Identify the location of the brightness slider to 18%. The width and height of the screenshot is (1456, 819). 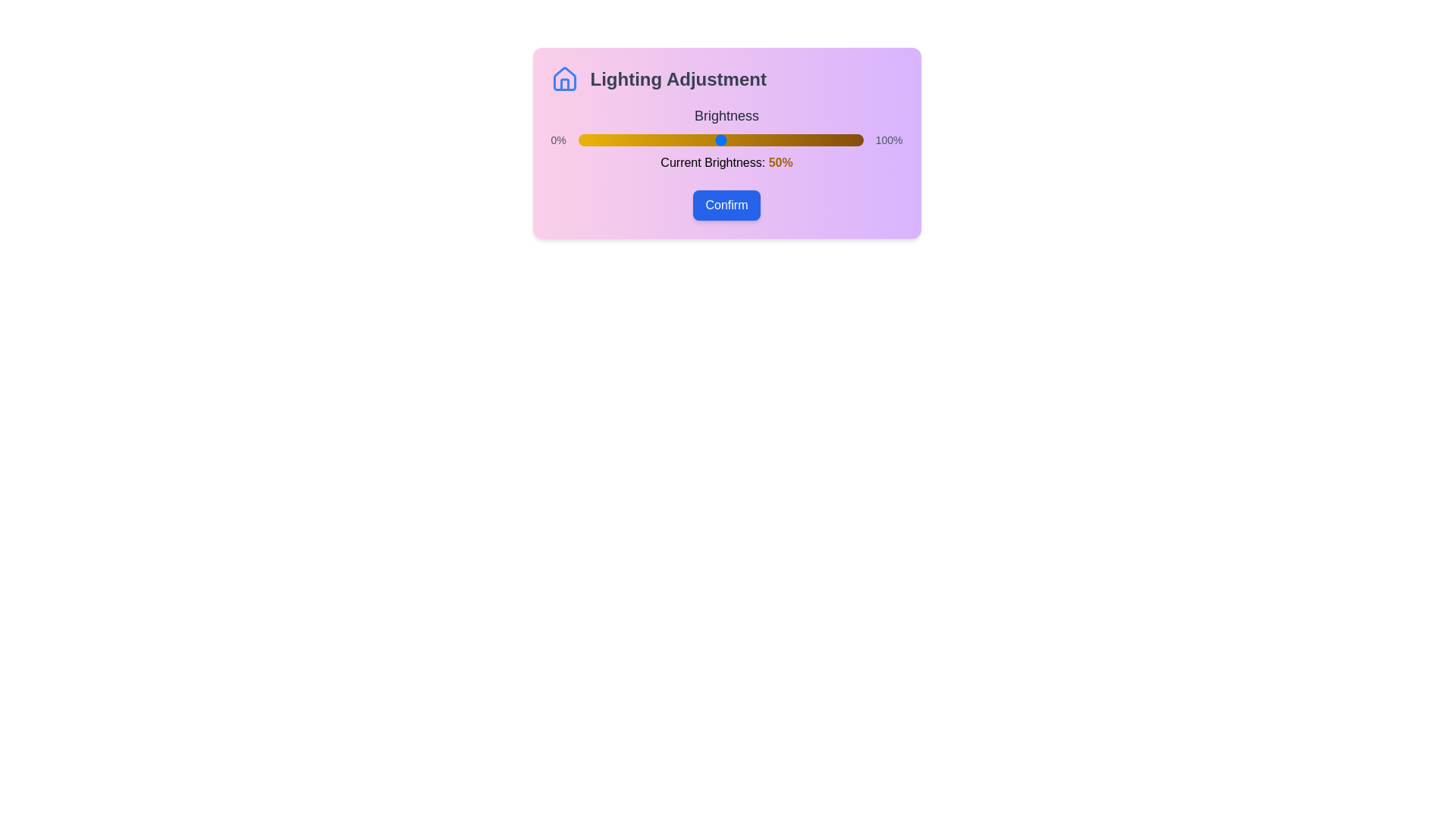
(629, 140).